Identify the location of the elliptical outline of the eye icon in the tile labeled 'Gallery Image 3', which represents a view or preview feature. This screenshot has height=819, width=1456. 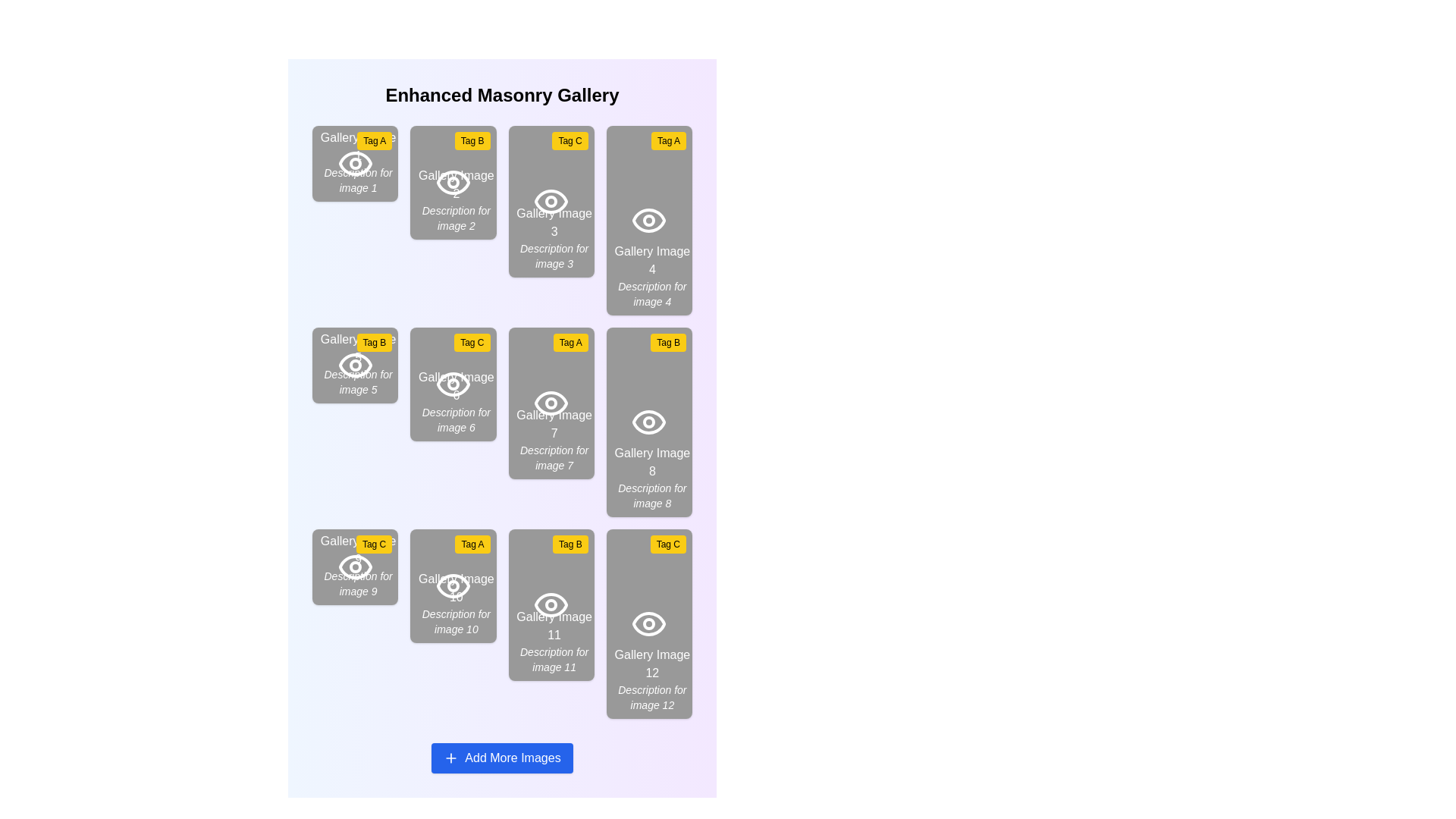
(551, 201).